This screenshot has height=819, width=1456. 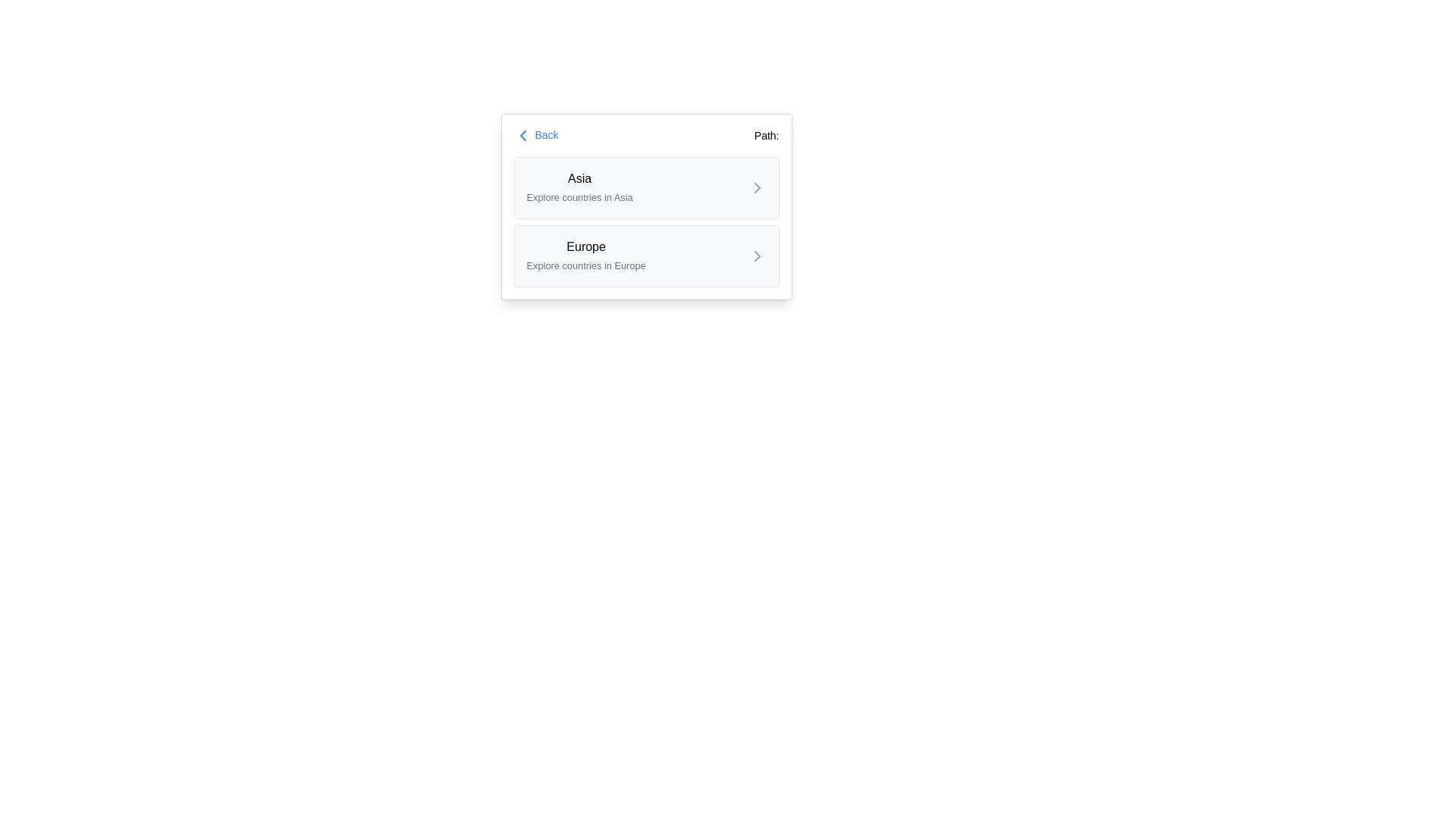 What do you see at coordinates (522, 134) in the screenshot?
I see `the back-navigation arrow icon located at the leftmost end of the navigation bar` at bounding box center [522, 134].